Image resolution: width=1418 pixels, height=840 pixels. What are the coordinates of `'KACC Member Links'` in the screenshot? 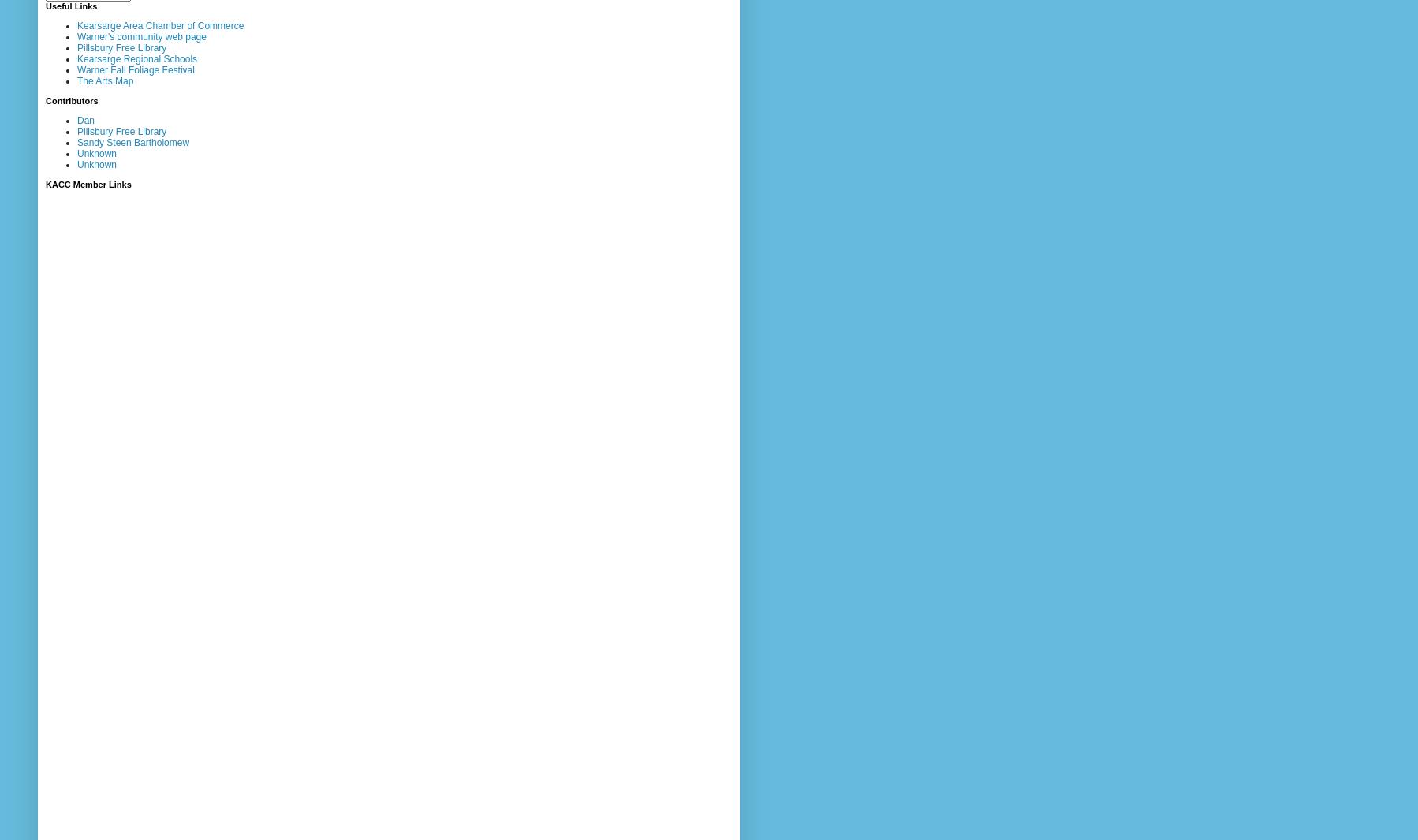 It's located at (88, 183).